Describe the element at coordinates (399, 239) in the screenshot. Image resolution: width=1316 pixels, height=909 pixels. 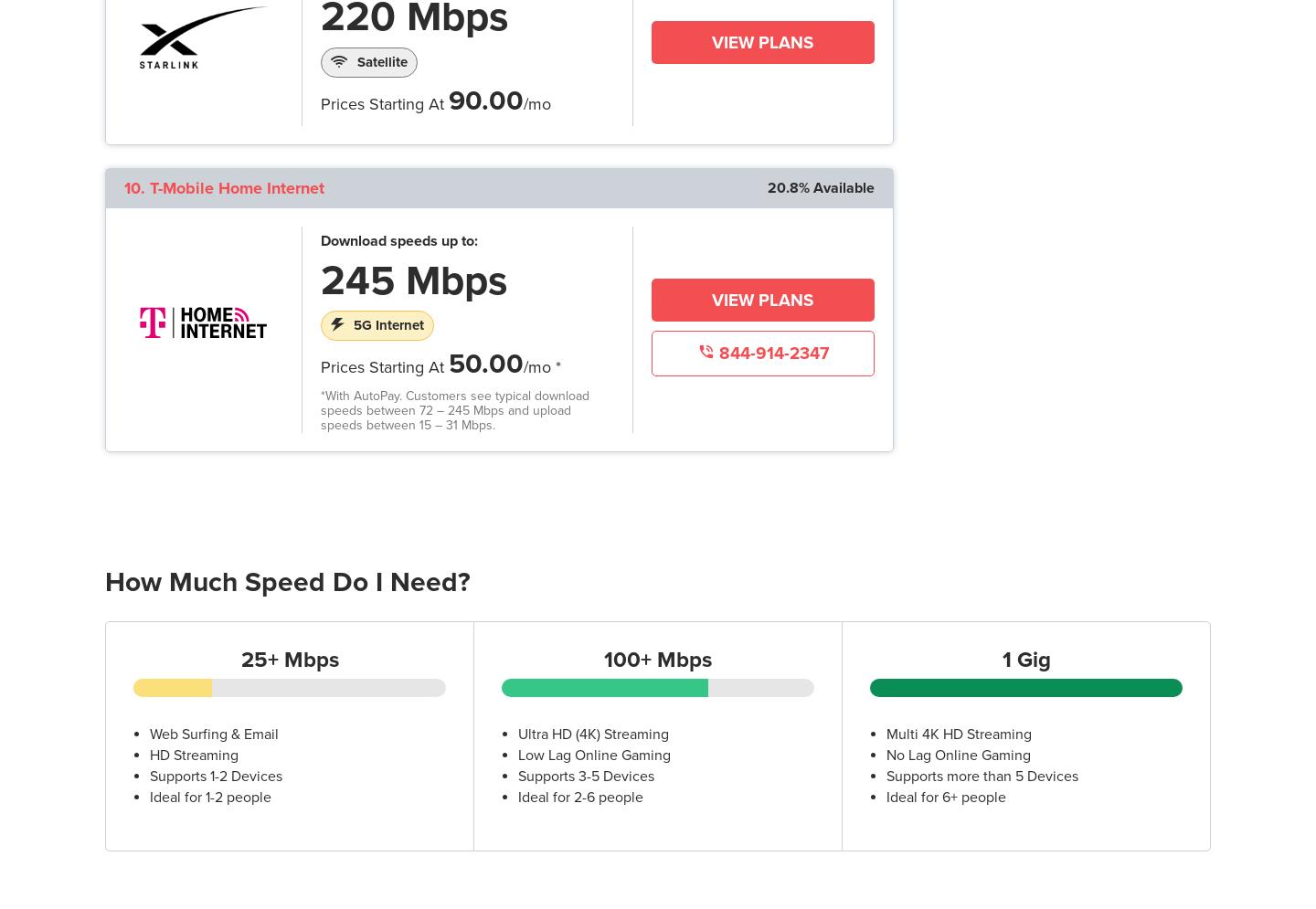
I see `'Download speeds up to:'` at that location.